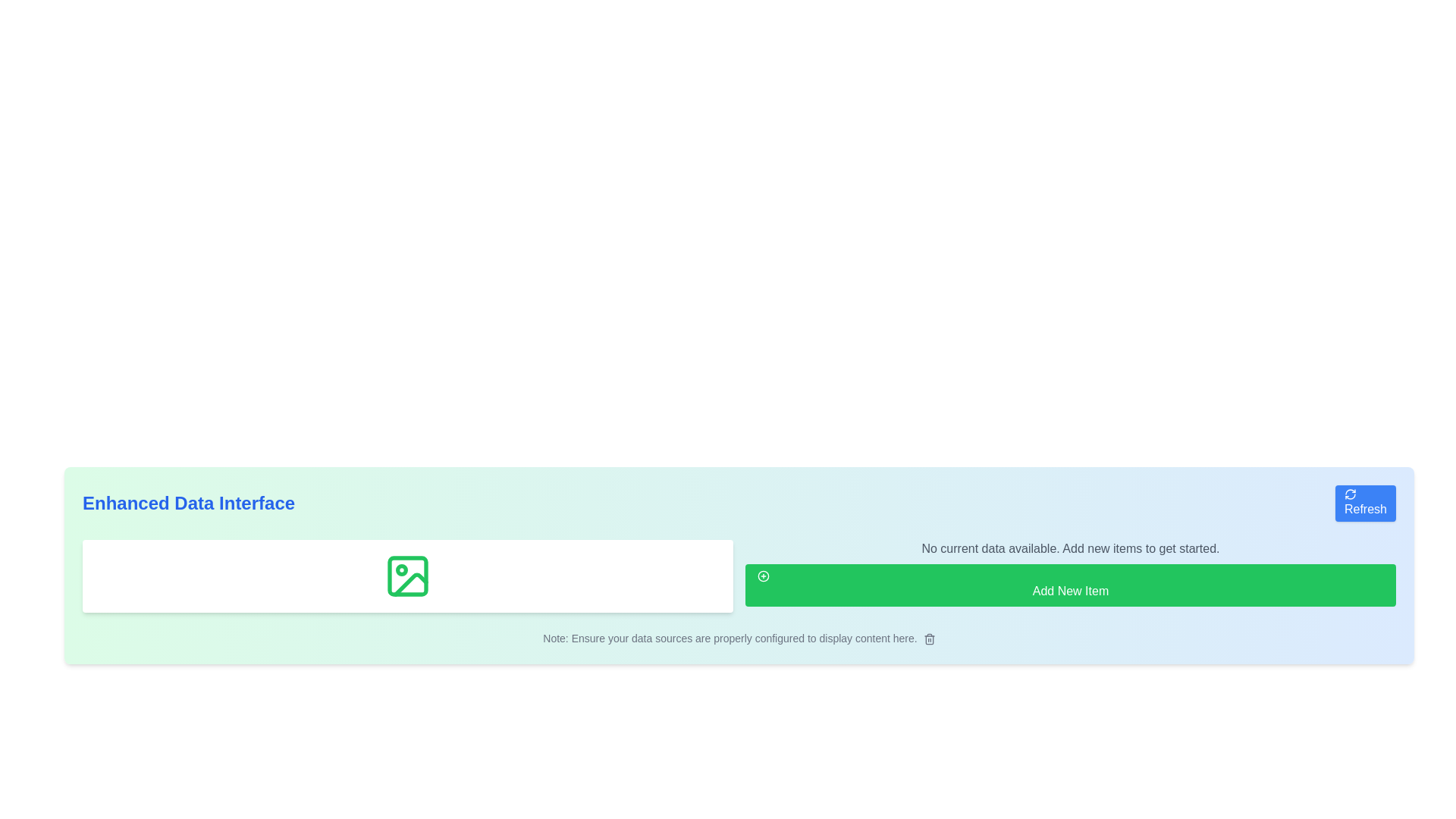 The image size is (1456, 819). Describe the element at coordinates (407, 576) in the screenshot. I see `the Icon button placeholder, which is a rectangular button with rounded corners and a green camera icon, located under the heading 'Enhanced Data Interface'` at that location.